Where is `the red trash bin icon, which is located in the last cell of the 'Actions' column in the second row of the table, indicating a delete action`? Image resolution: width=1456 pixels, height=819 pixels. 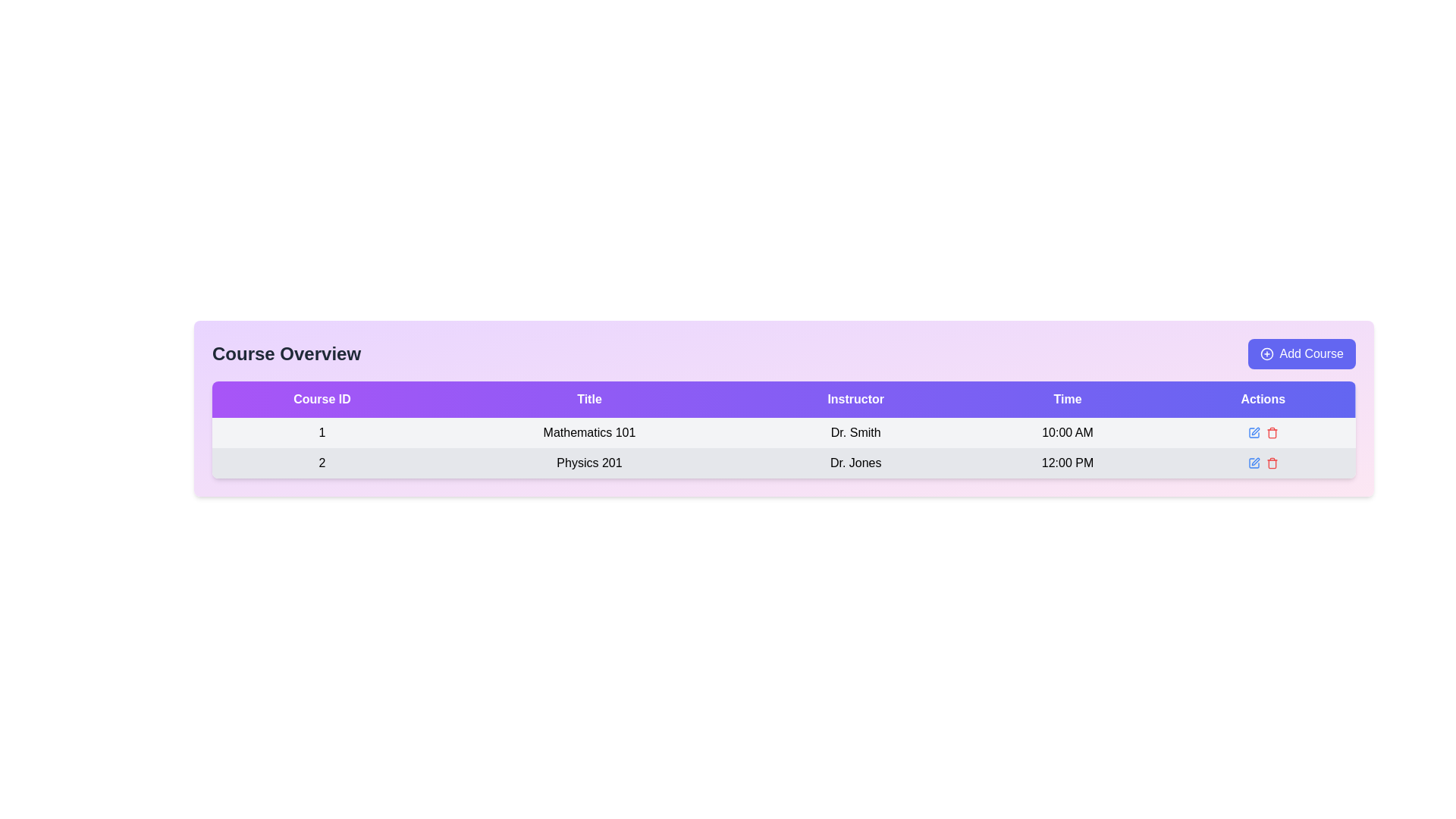 the red trash bin icon, which is located in the last cell of the 'Actions' column in the second row of the table, indicating a delete action is located at coordinates (1272, 462).